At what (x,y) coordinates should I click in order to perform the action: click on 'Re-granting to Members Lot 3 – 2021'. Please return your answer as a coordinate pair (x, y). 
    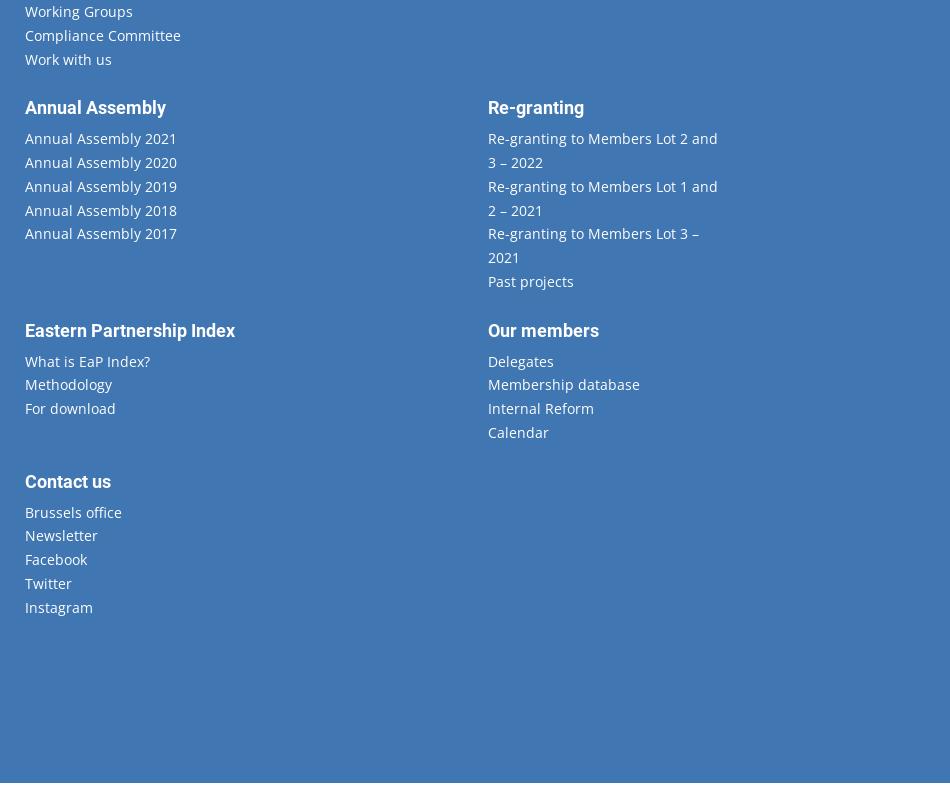
    Looking at the image, I should click on (592, 244).